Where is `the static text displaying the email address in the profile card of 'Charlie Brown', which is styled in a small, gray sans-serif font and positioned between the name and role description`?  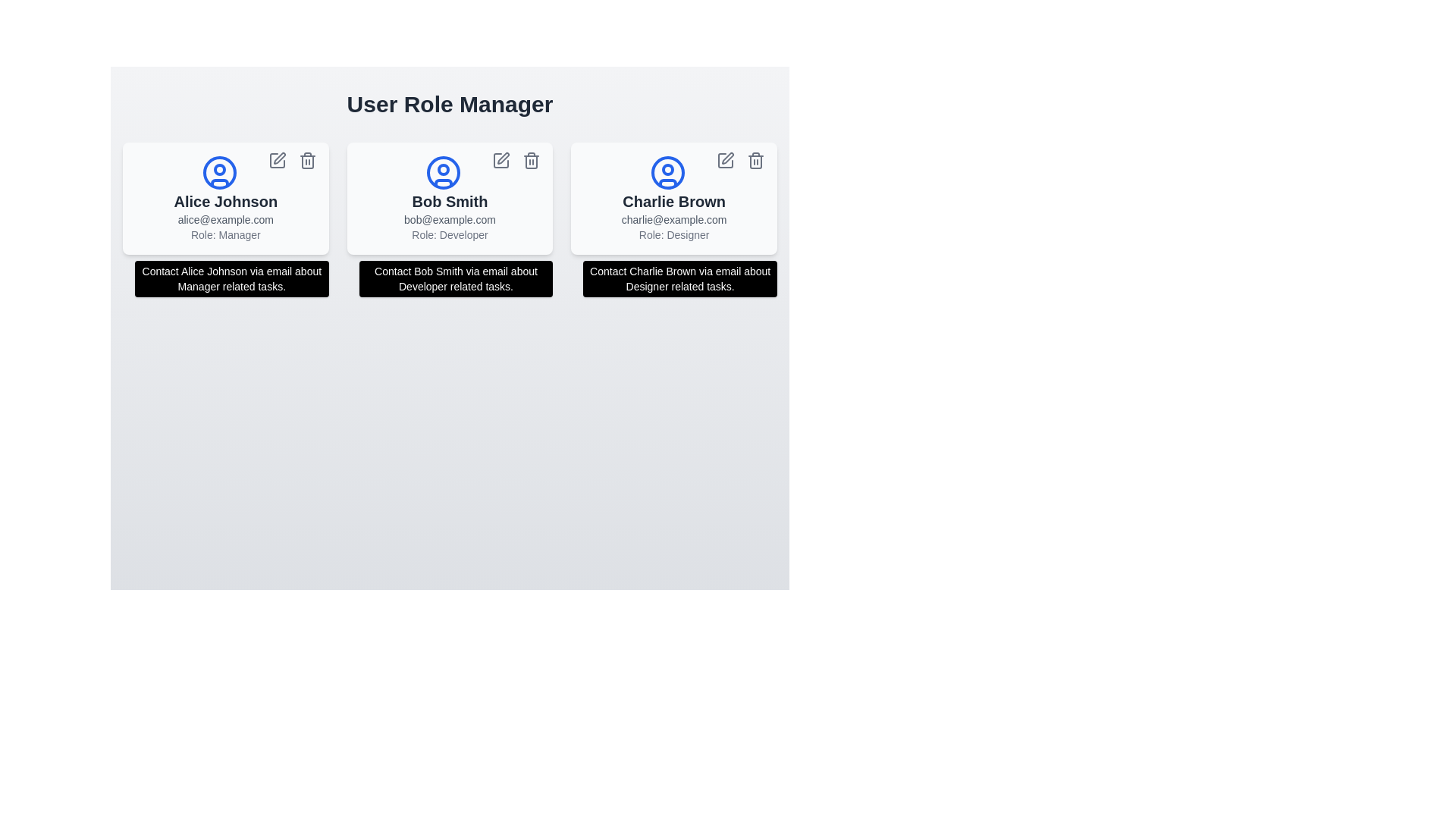
the static text displaying the email address in the profile card of 'Charlie Brown', which is styled in a small, gray sans-serif font and positioned between the name and role description is located at coordinates (673, 219).